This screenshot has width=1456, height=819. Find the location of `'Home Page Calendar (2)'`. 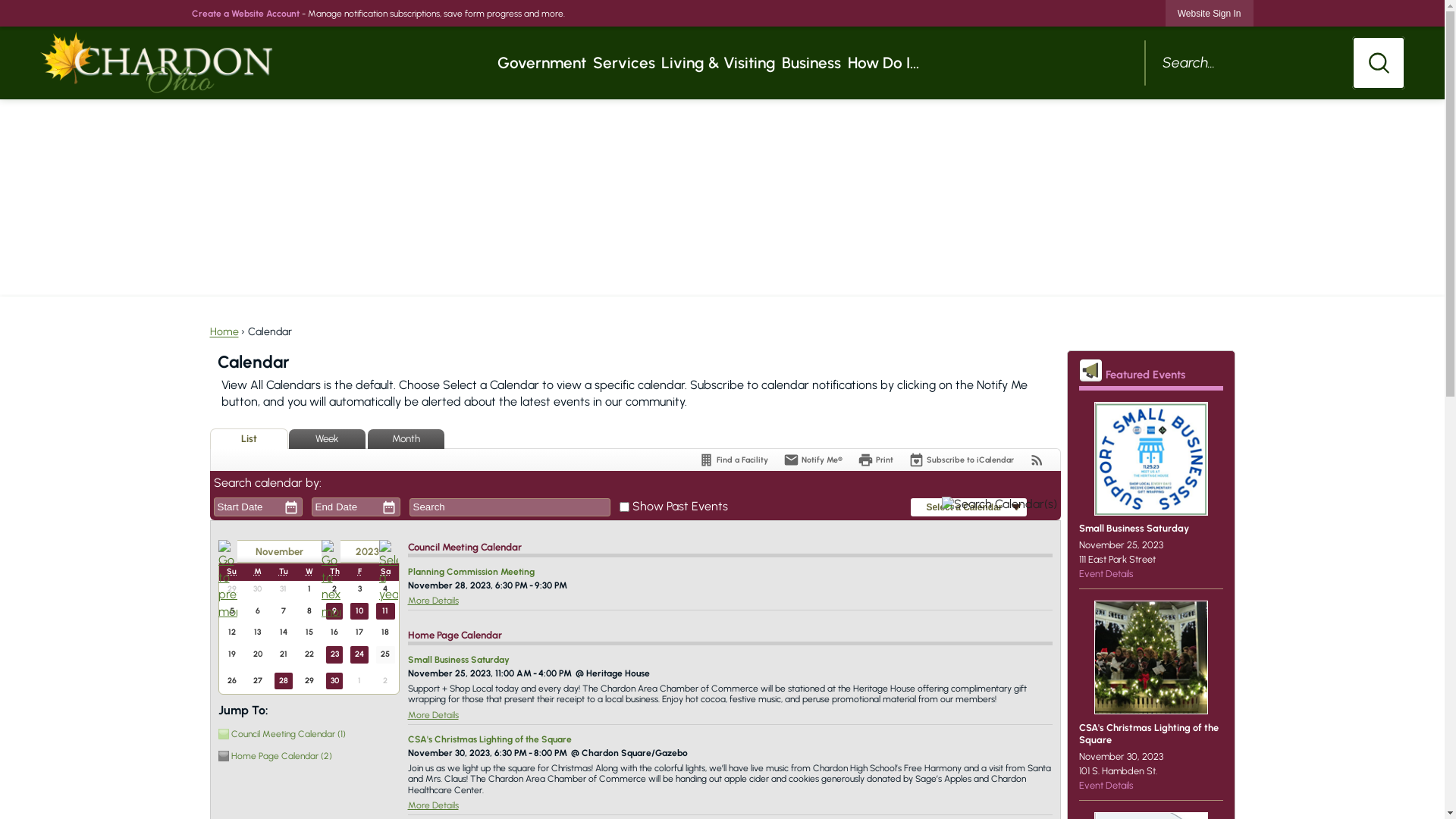

'Home Page Calendar (2)' is located at coordinates (305, 755).